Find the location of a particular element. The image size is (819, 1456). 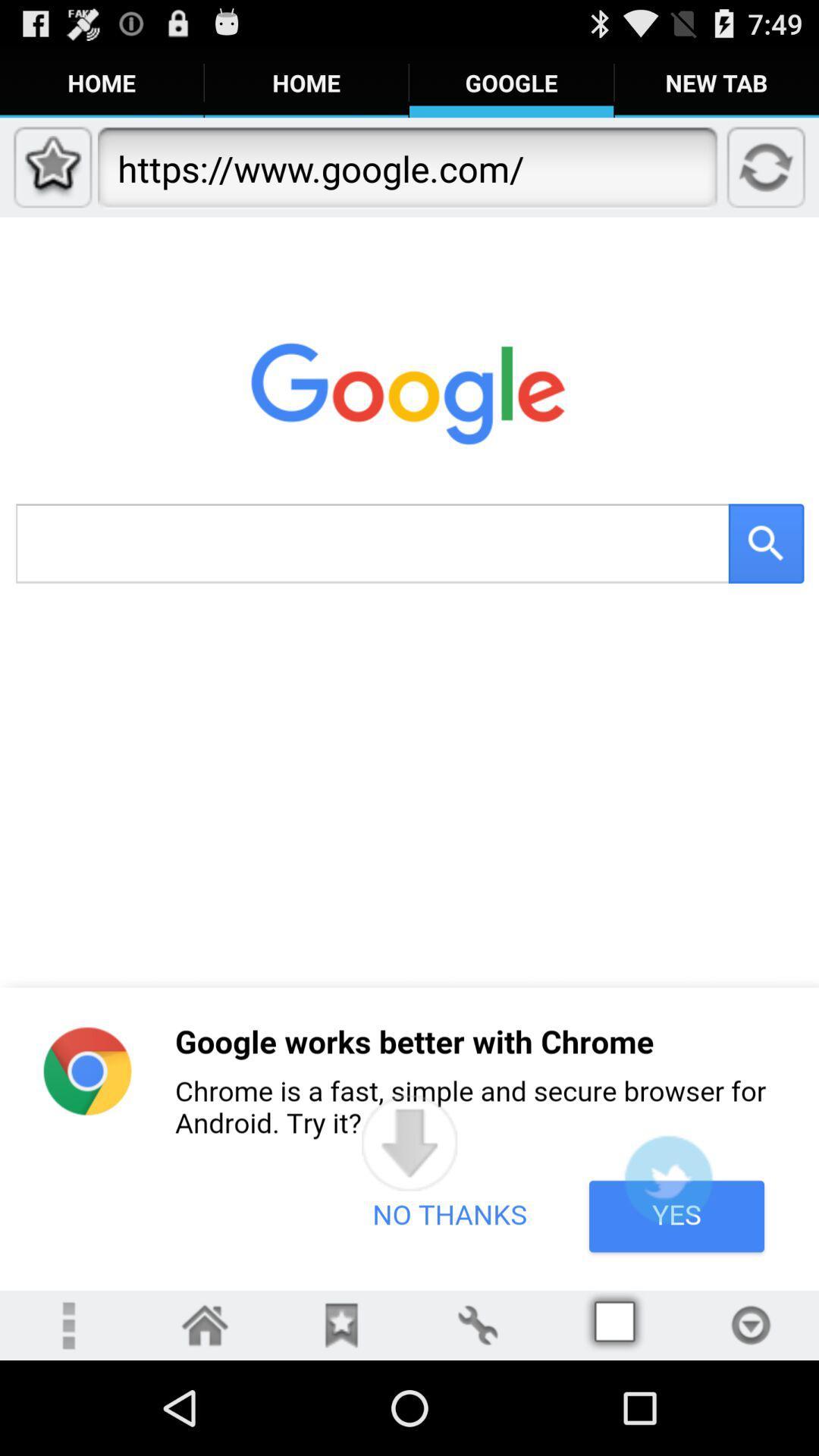

twitter is located at coordinates (667, 1178).